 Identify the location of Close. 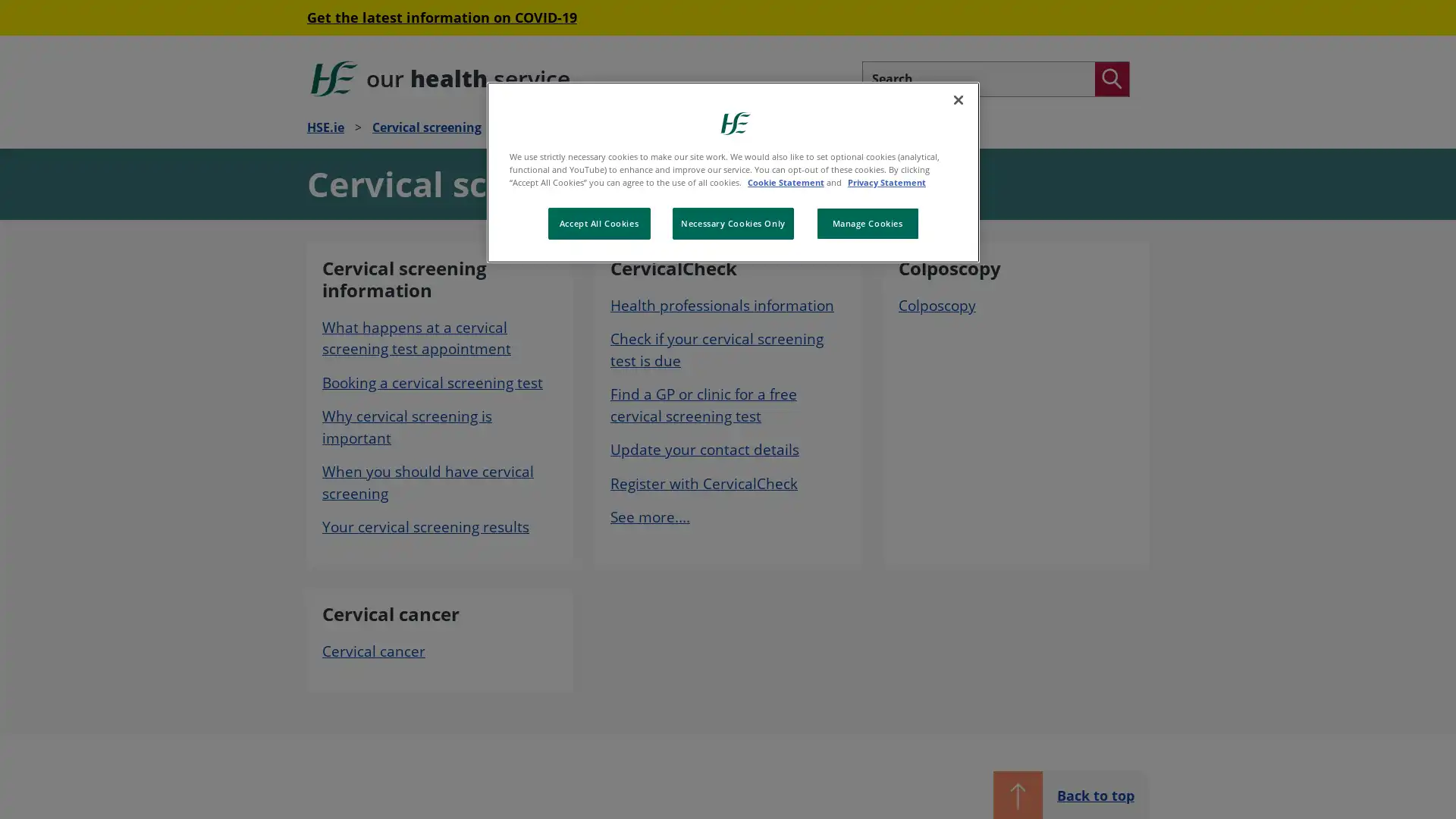
(957, 99).